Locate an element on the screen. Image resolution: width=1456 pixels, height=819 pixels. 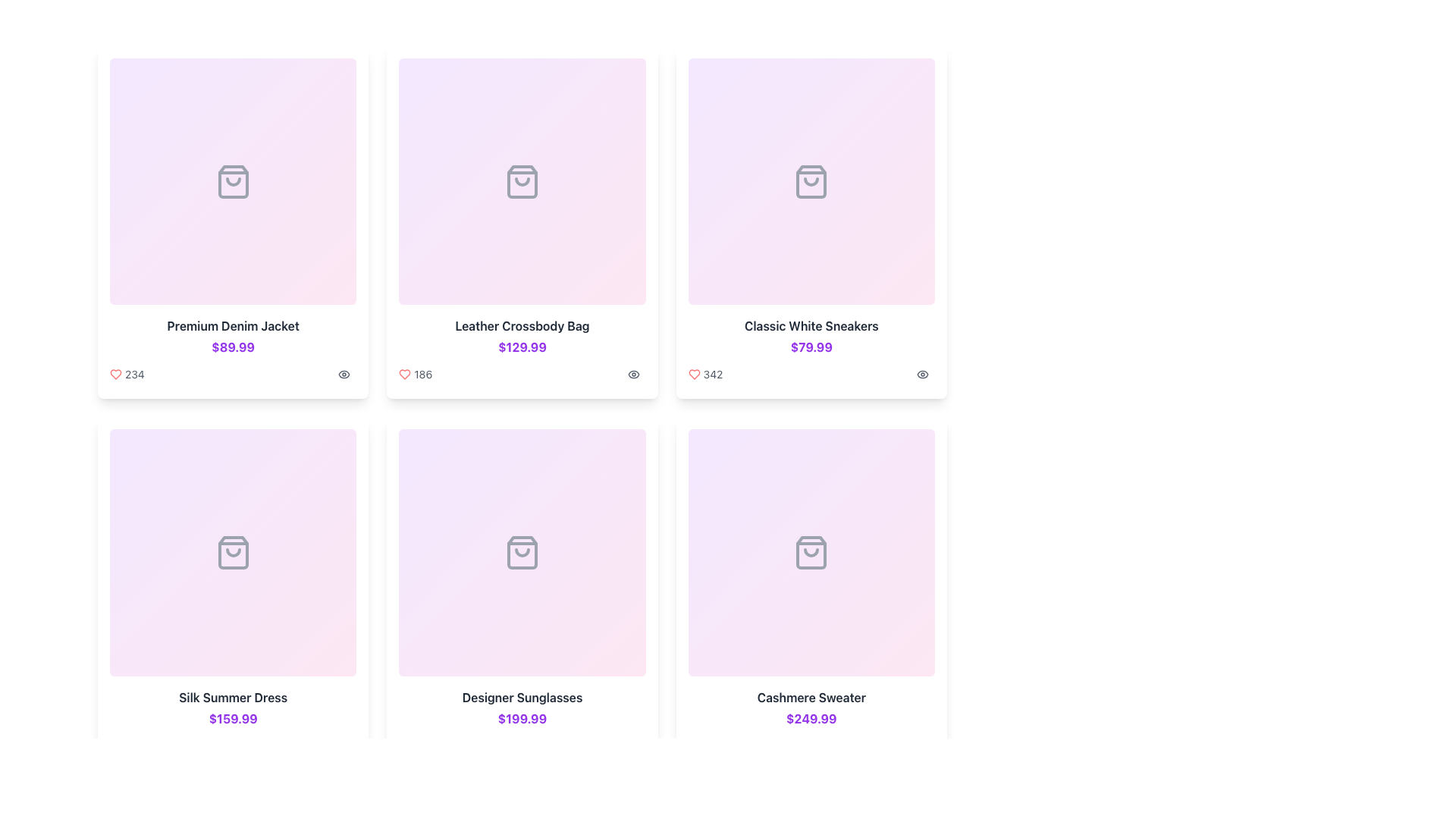
the eye-shaped icon button located at the bottom-right corner of the product card for 'Leather Crossbody Bag' is located at coordinates (633, 375).